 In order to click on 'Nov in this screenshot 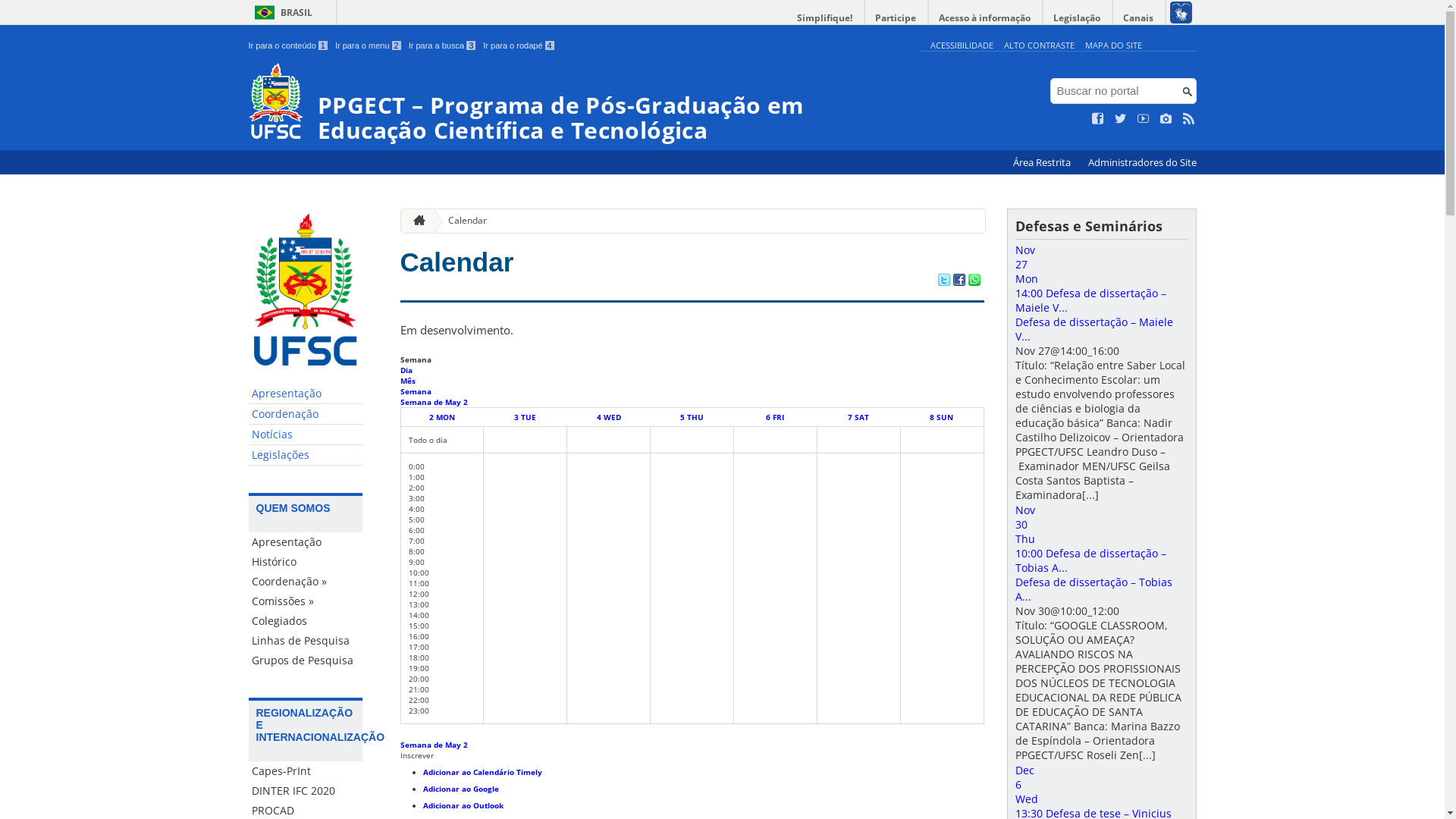, I will do `click(1101, 263)`.